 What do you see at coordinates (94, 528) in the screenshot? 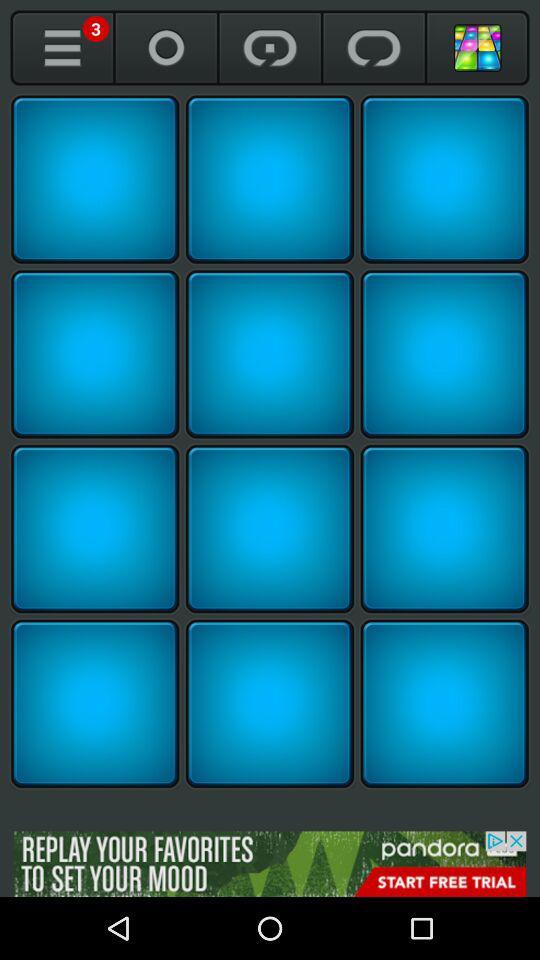
I see `square` at bounding box center [94, 528].